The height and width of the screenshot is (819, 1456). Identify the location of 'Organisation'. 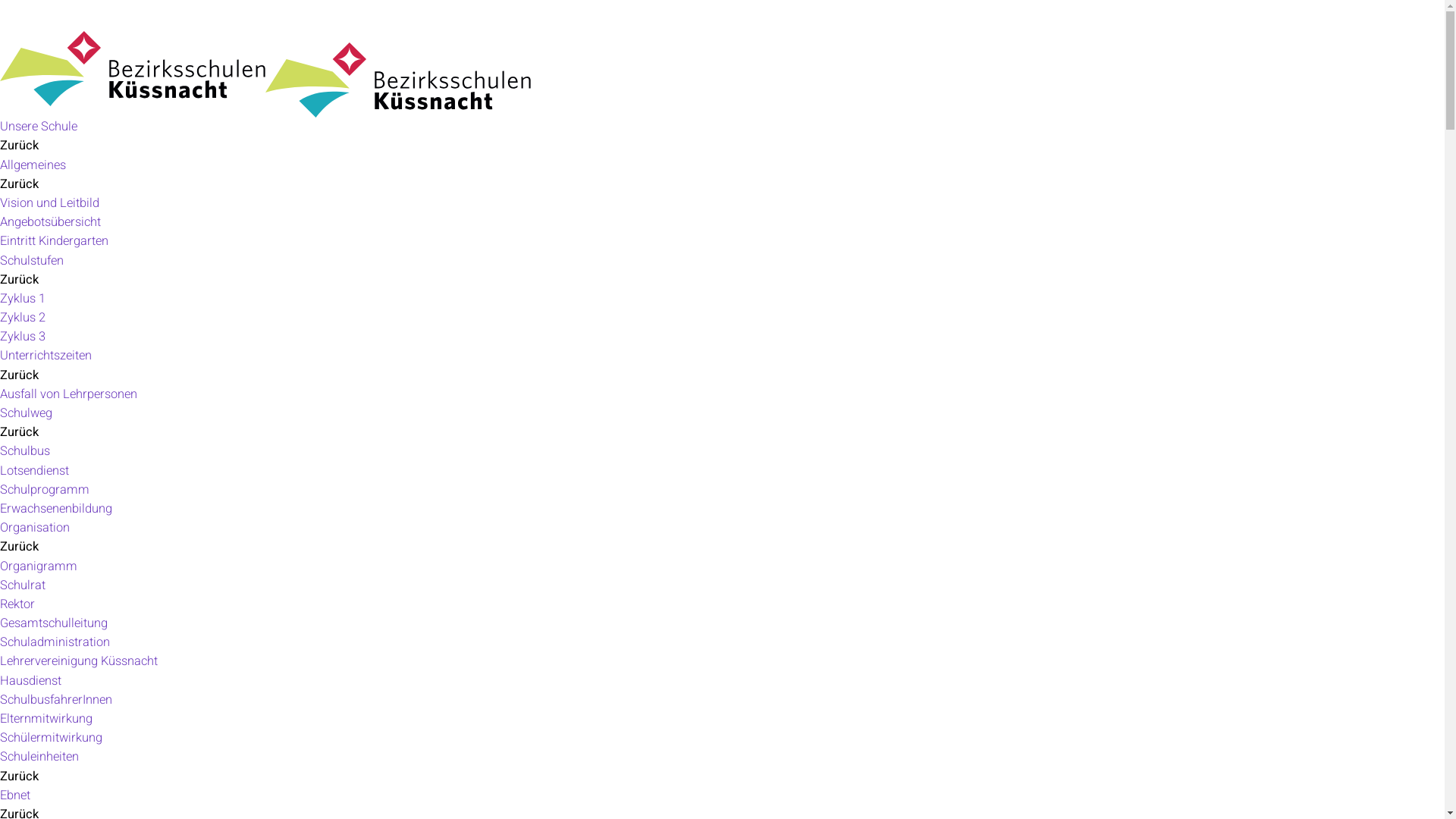
(35, 526).